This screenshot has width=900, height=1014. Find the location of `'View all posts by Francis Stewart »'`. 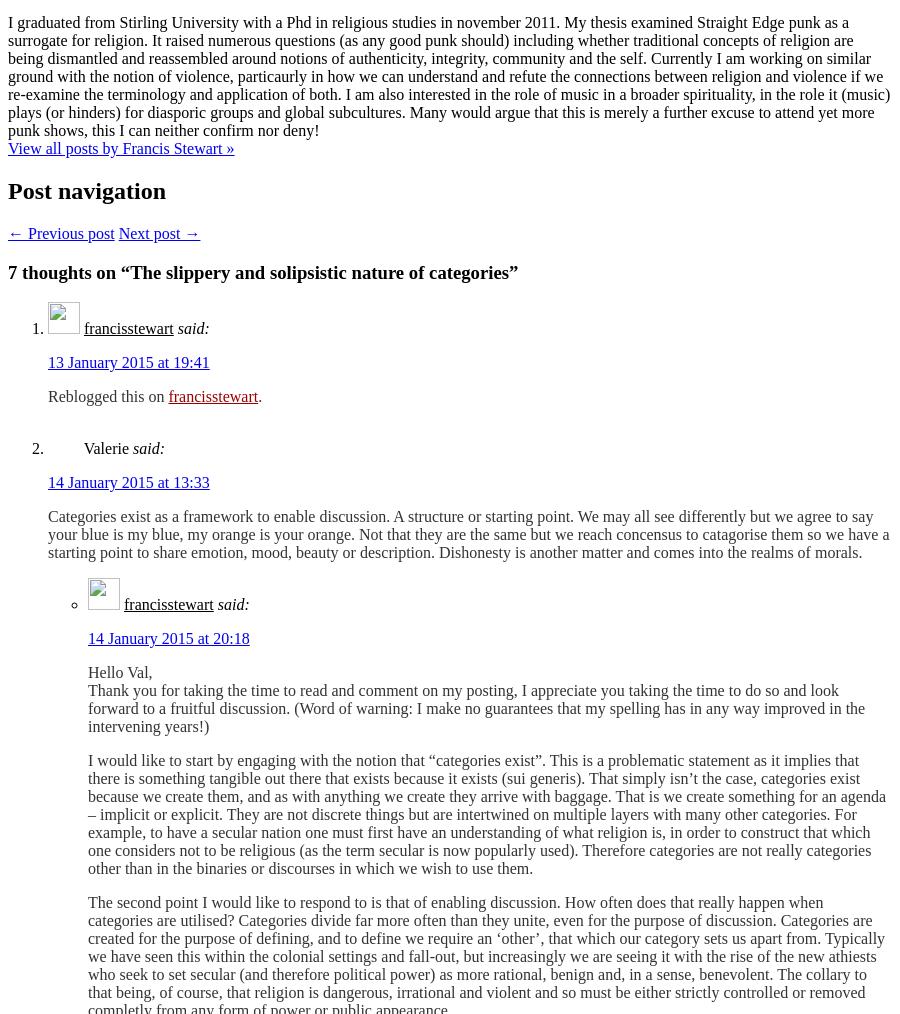

'View all posts by Francis Stewart »' is located at coordinates (7, 148).